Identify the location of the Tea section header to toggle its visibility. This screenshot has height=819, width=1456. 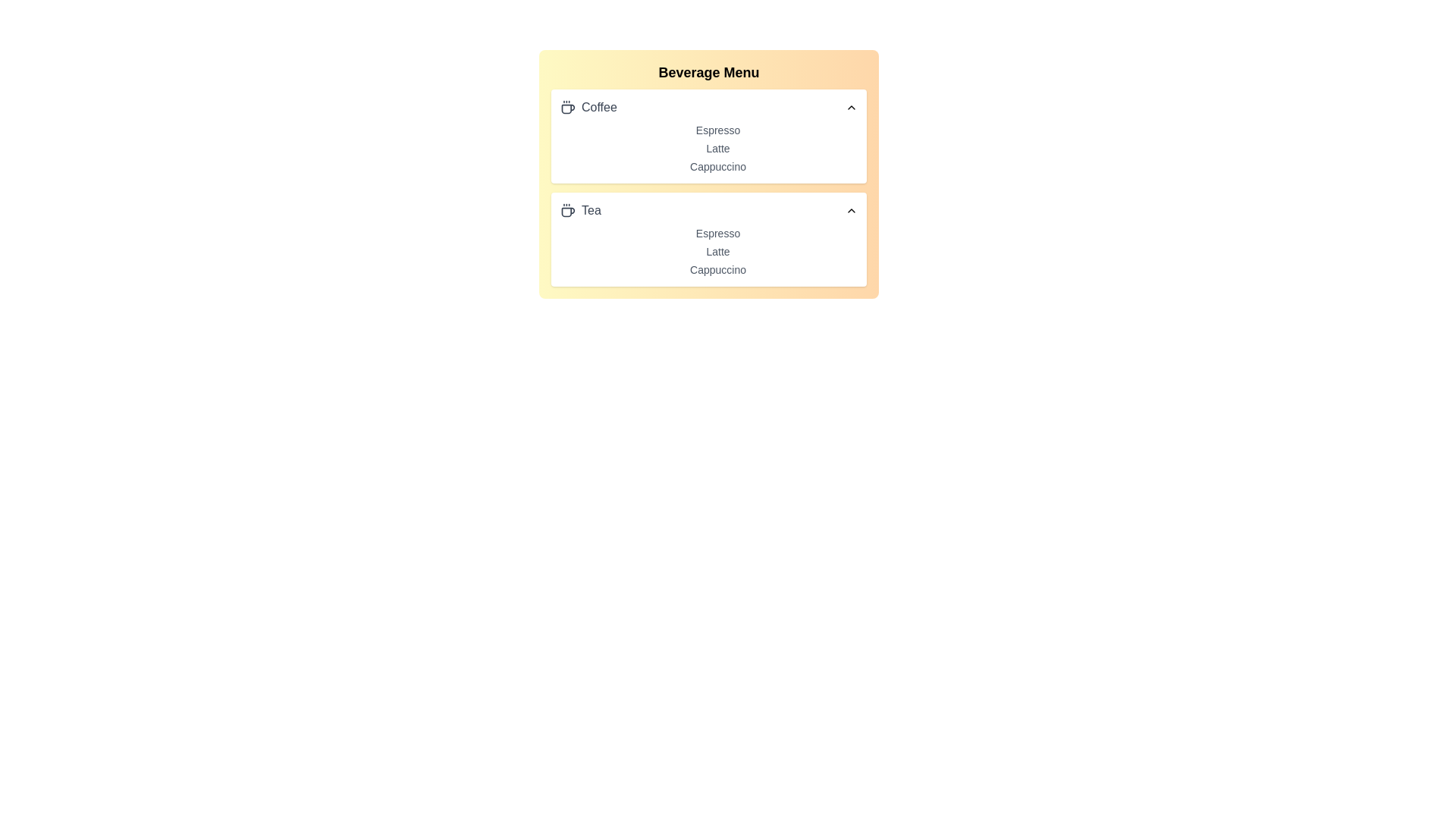
(708, 210).